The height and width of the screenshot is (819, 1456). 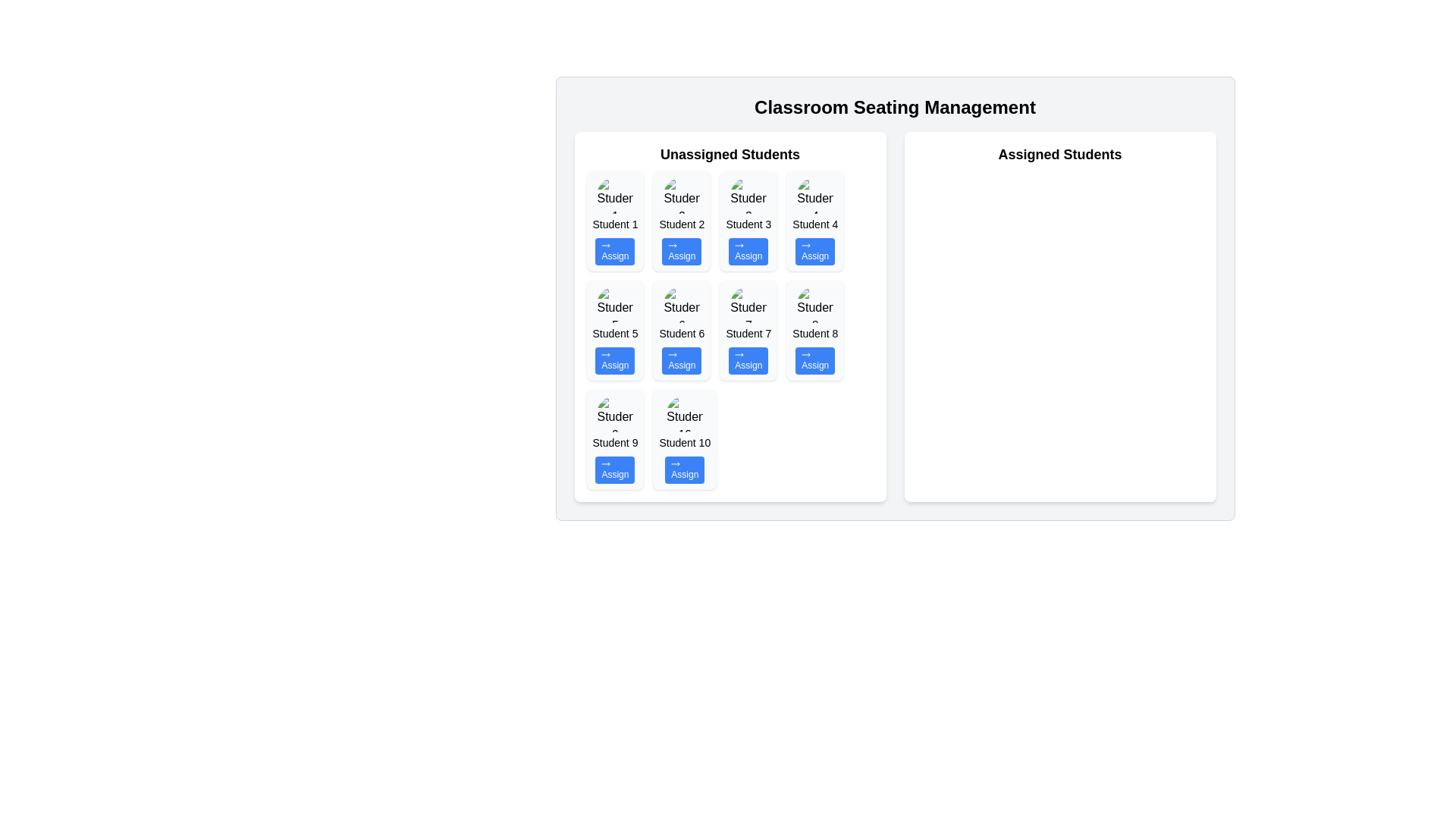 I want to click on the blue rectangular button labeled 'Assign' with a right arrow icon located under 'Student 6' in the 'Unassigned Students' section, so click(x=681, y=360).